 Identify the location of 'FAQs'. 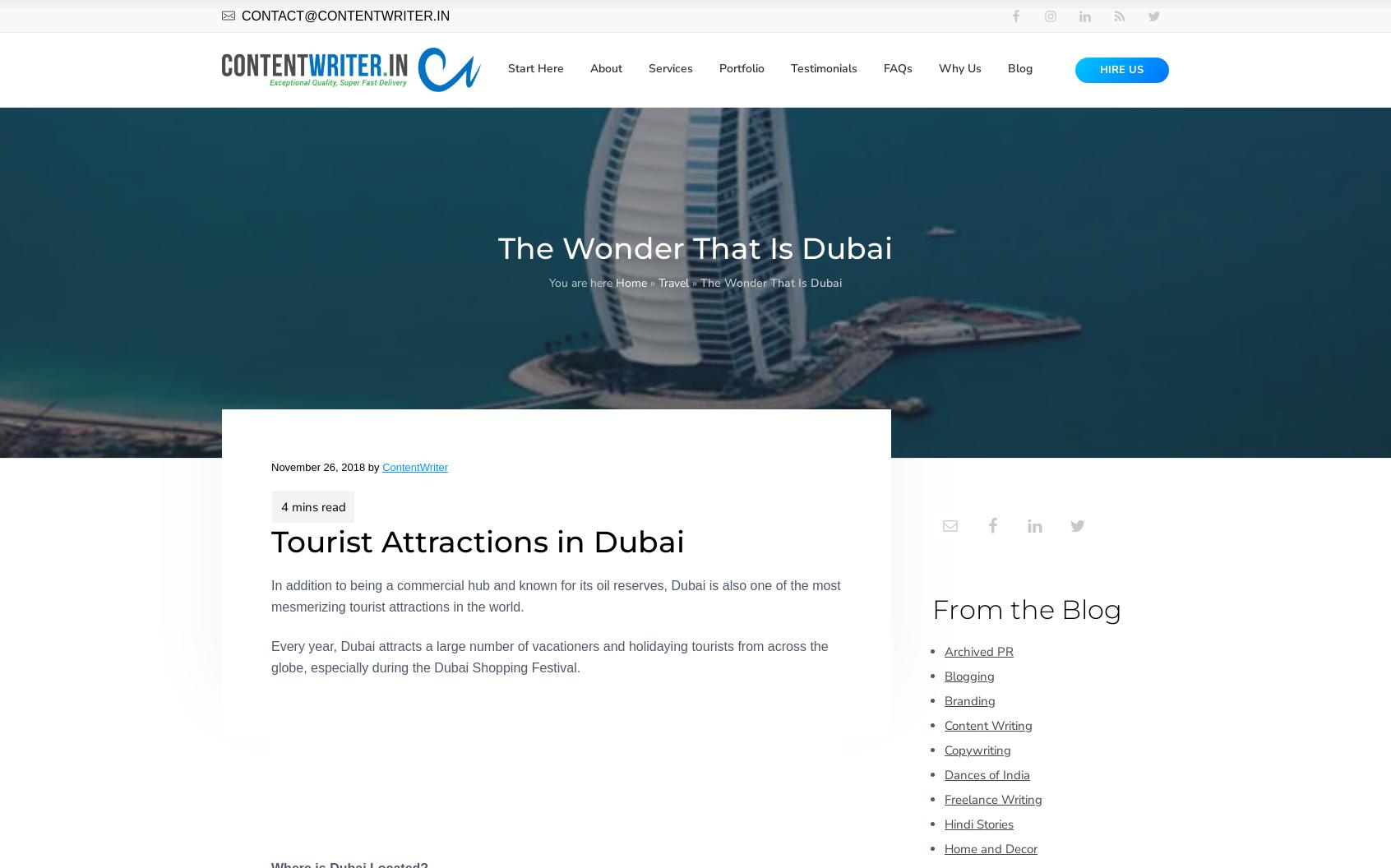
(897, 72).